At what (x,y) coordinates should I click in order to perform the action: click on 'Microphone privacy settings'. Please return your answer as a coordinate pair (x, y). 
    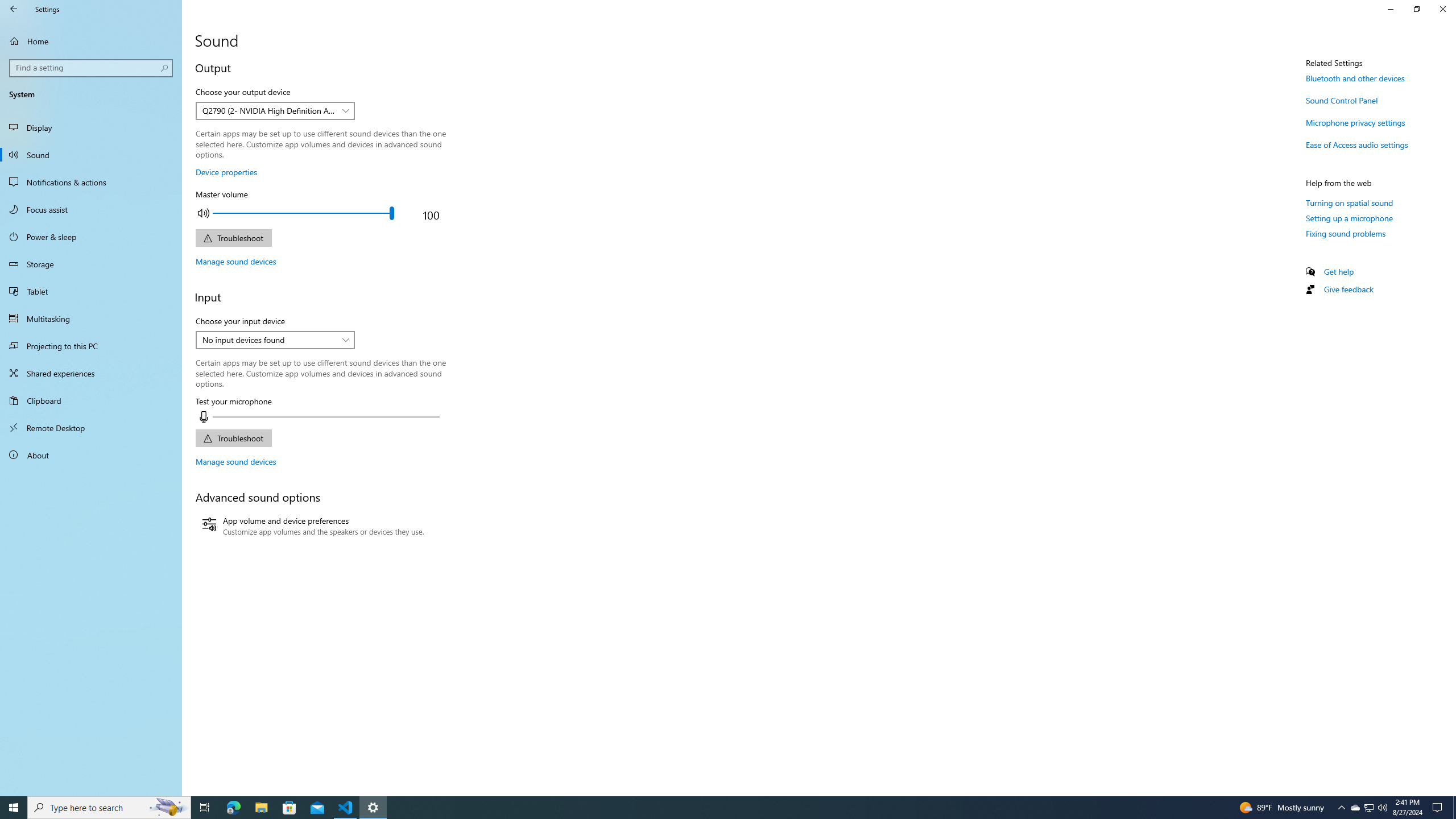
    Looking at the image, I should click on (1355, 122).